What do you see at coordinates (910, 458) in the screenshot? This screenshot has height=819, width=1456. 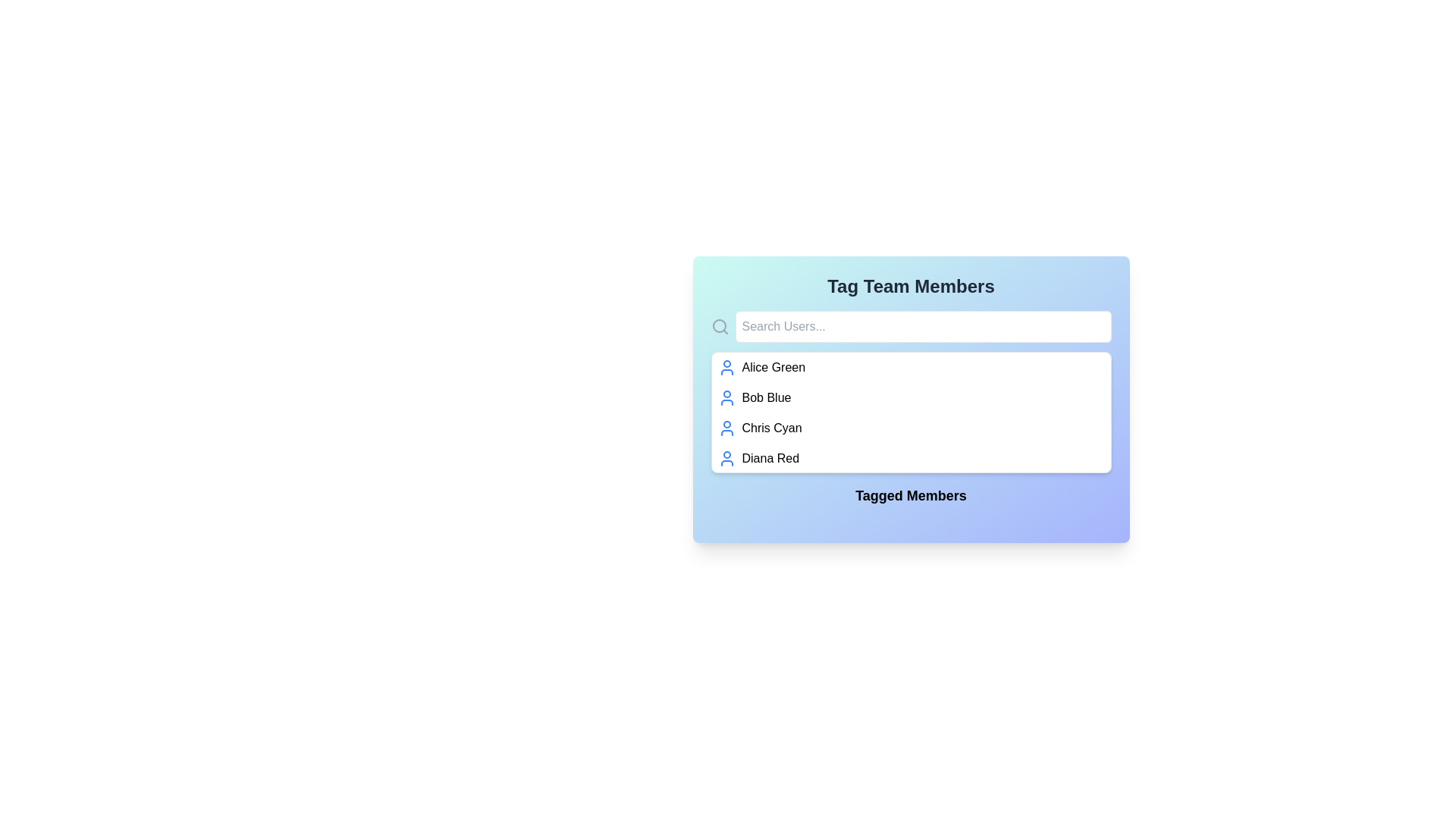 I see `the fourth user entry in the list displaying 'Diana Red'` at bounding box center [910, 458].